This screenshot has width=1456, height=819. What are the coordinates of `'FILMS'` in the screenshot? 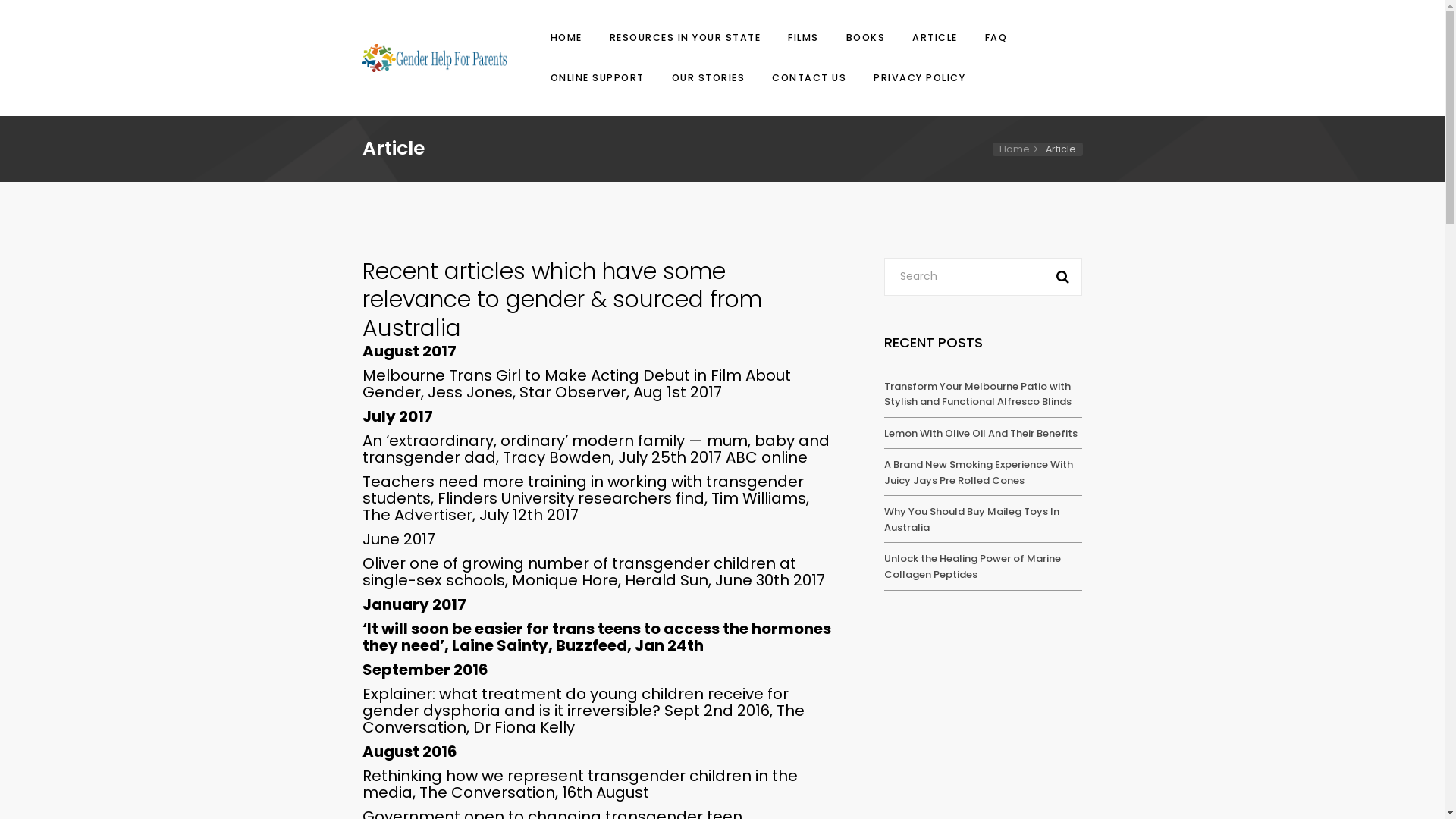 It's located at (802, 37).